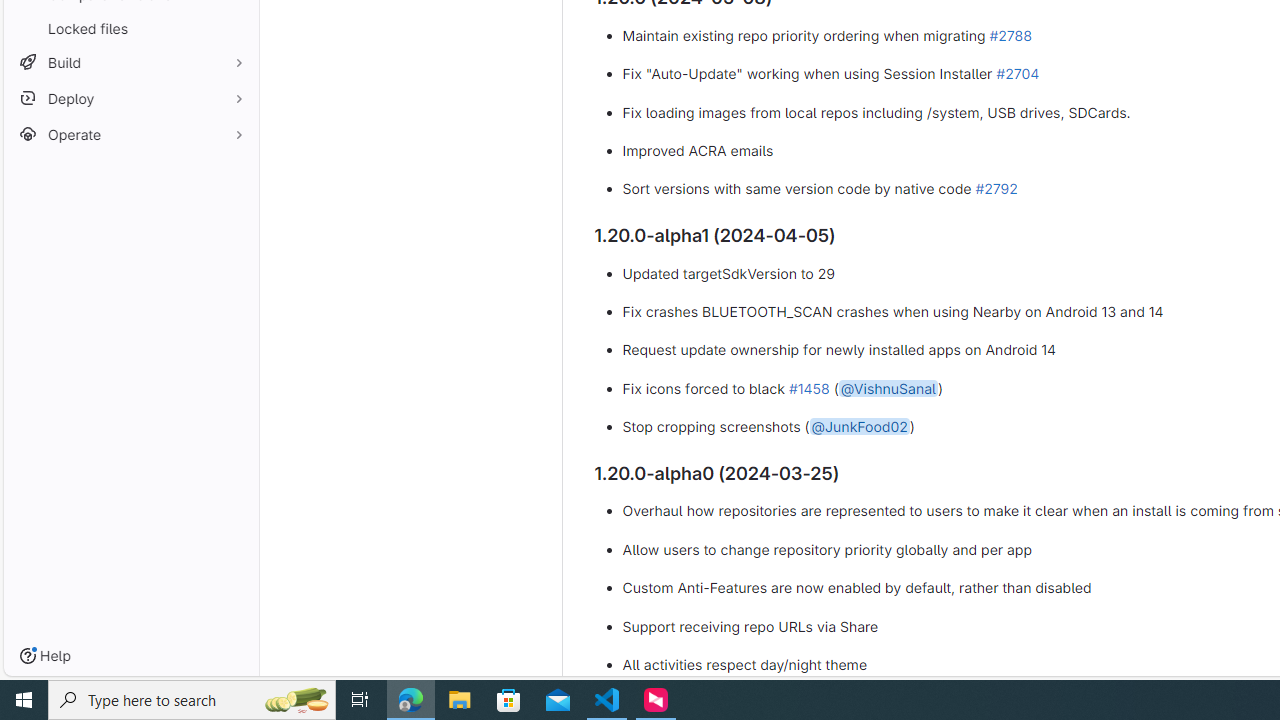  What do you see at coordinates (130, 98) in the screenshot?
I see `'Deploy'` at bounding box center [130, 98].